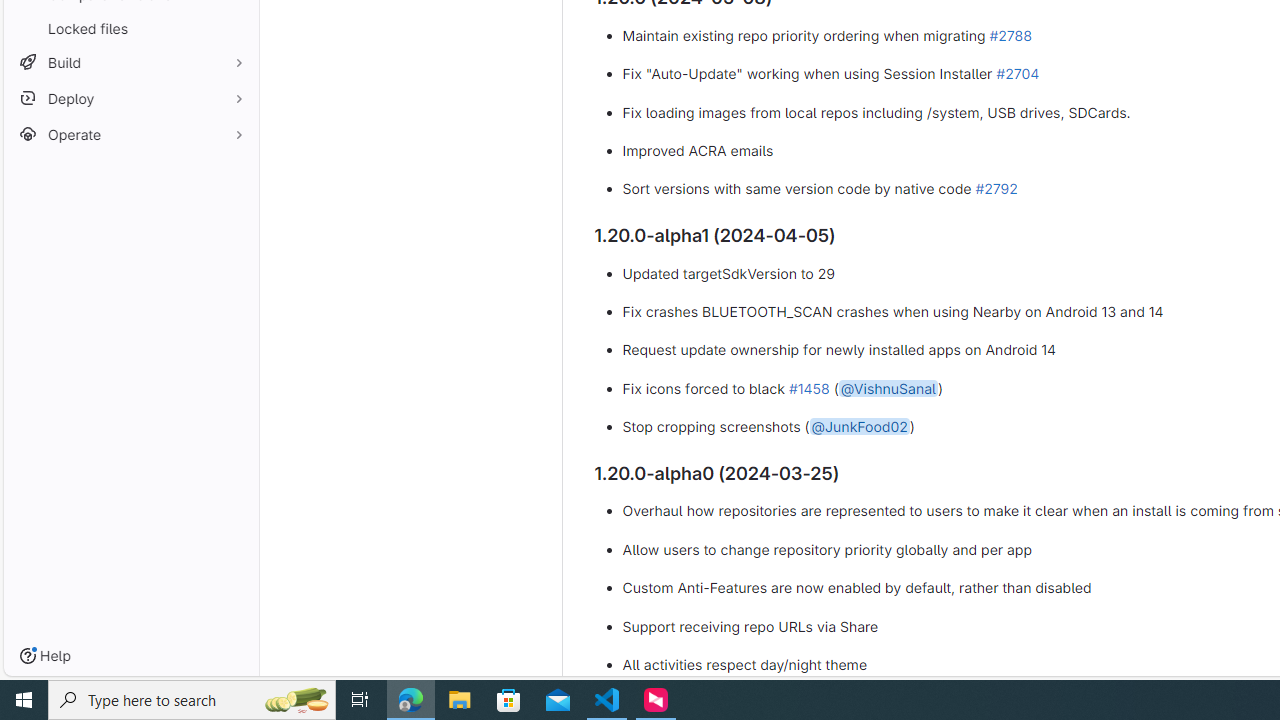  What do you see at coordinates (130, 98) in the screenshot?
I see `'Deploy'` at bounding box center [130, 98].